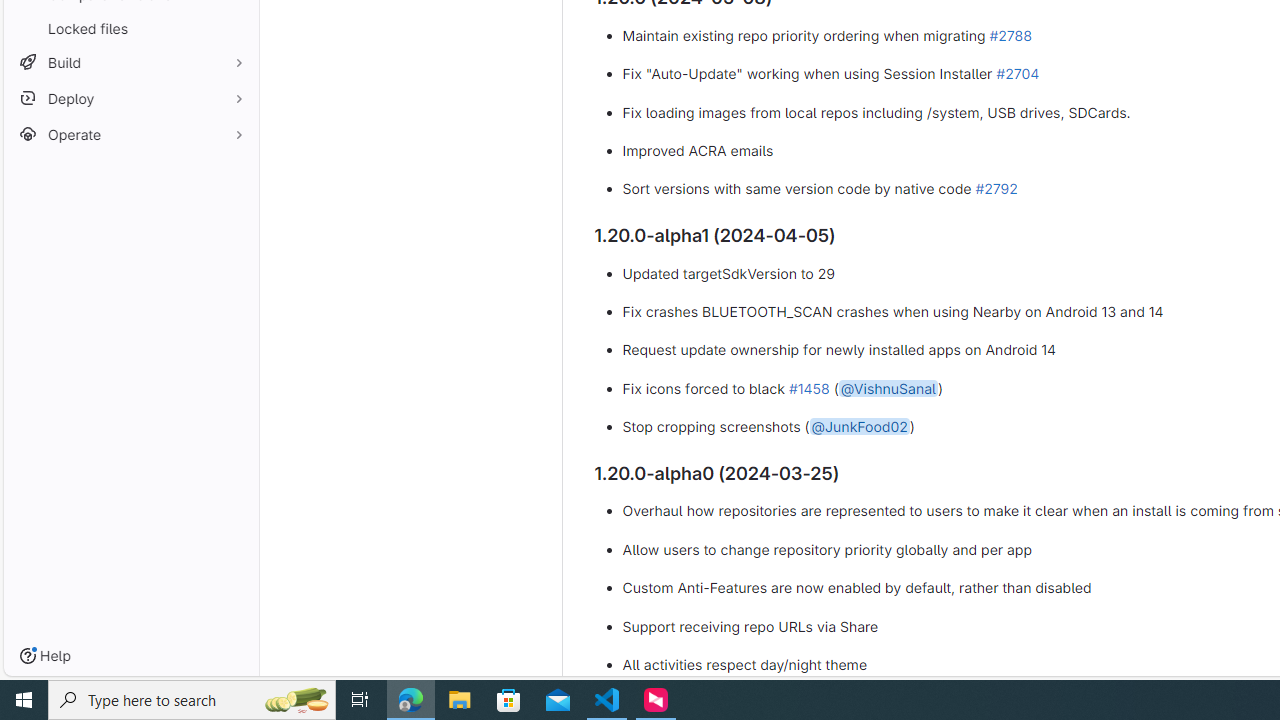  What do you see at coordinates (130, 98) in the screenshot?
I see `'Deploy'` at bounding box center [130, 98].